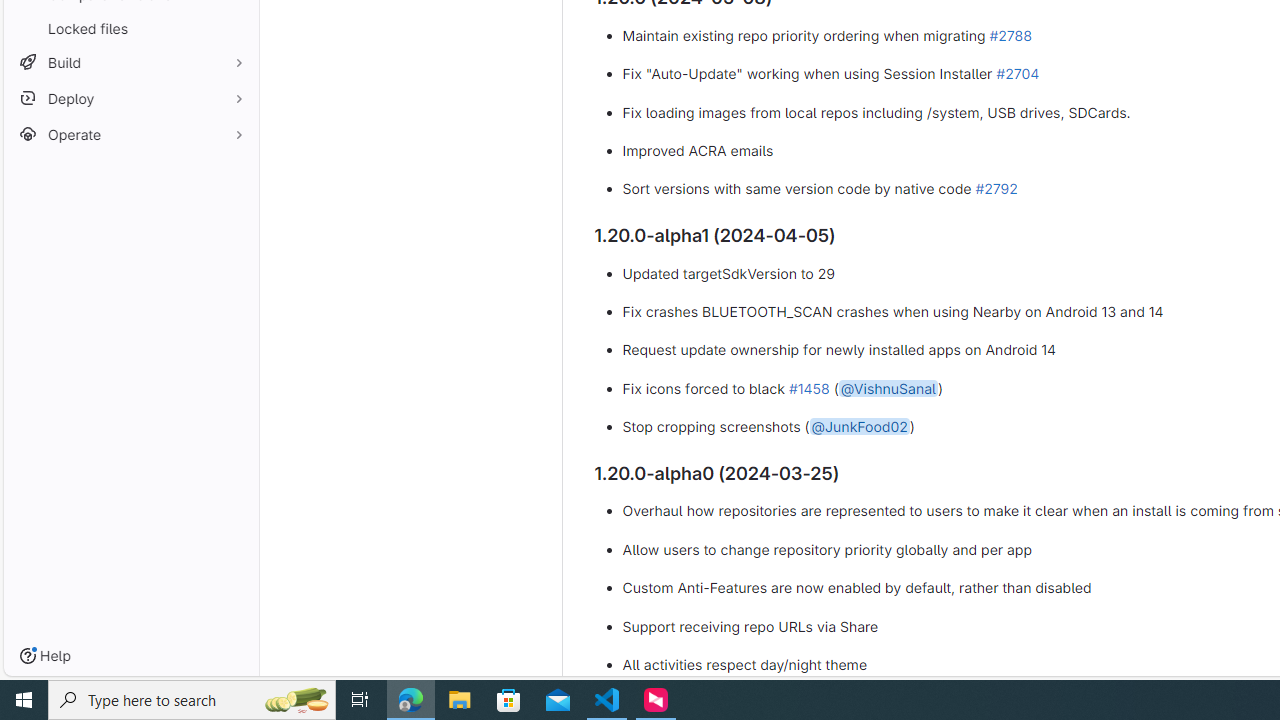  What do you see at coordinates (130, 98) in the screenshot?
I see `'Deploy'` at bounding box center [130, 98].